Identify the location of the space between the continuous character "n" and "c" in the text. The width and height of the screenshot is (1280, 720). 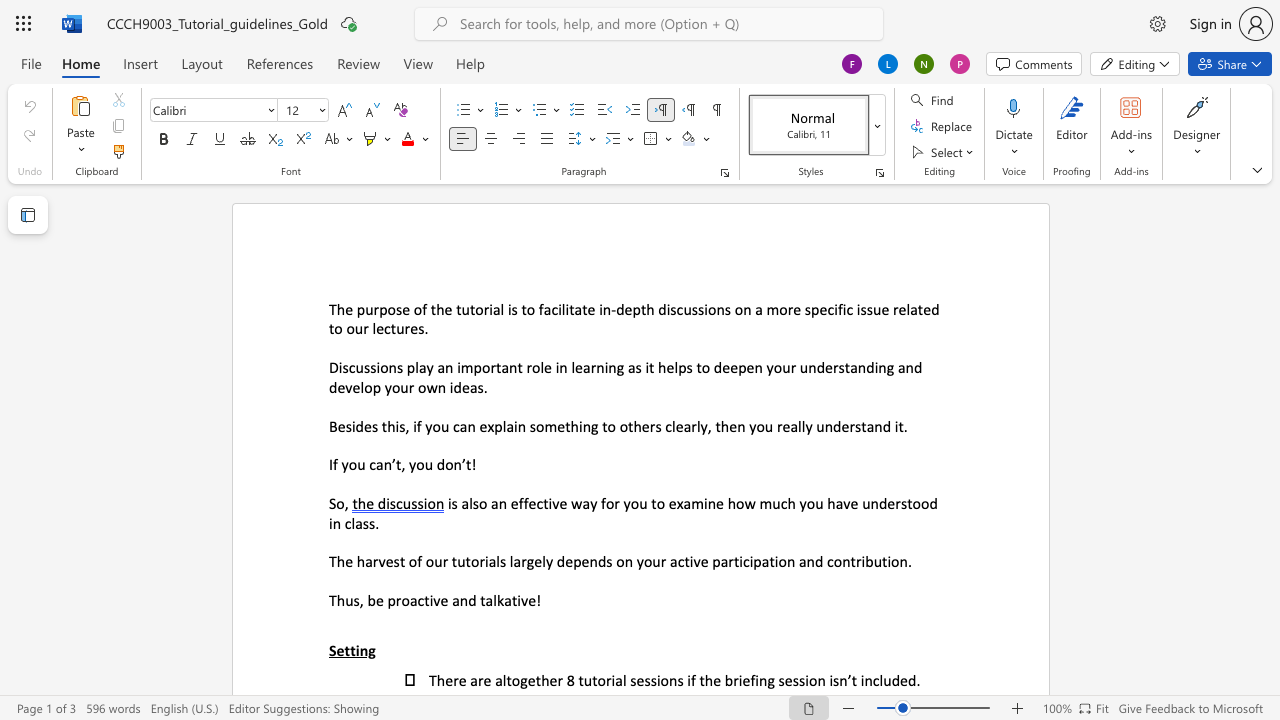
(872, 679).